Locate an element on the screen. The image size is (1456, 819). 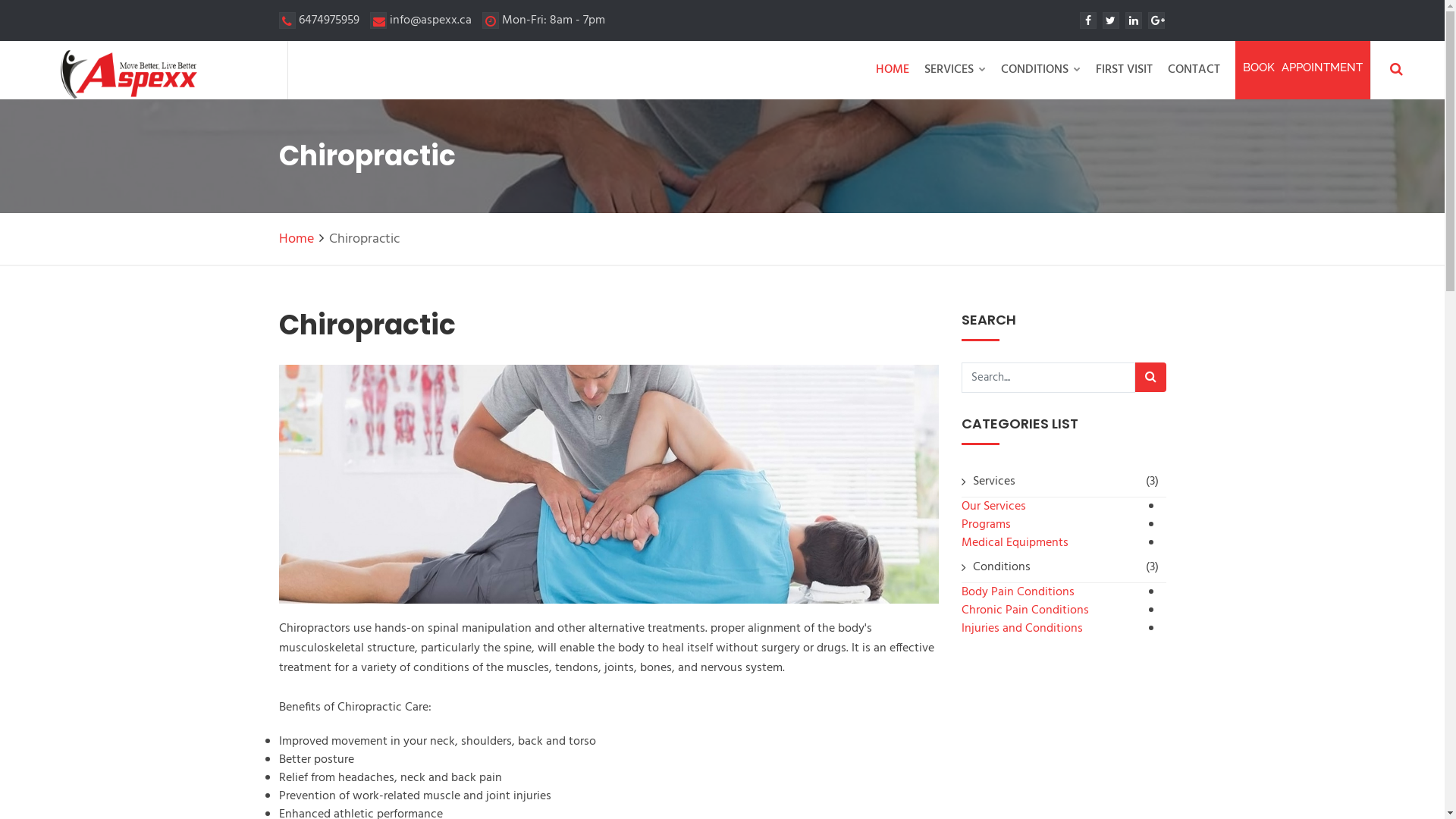
'Medical Equipments' is located at coordinates (1015, 542).